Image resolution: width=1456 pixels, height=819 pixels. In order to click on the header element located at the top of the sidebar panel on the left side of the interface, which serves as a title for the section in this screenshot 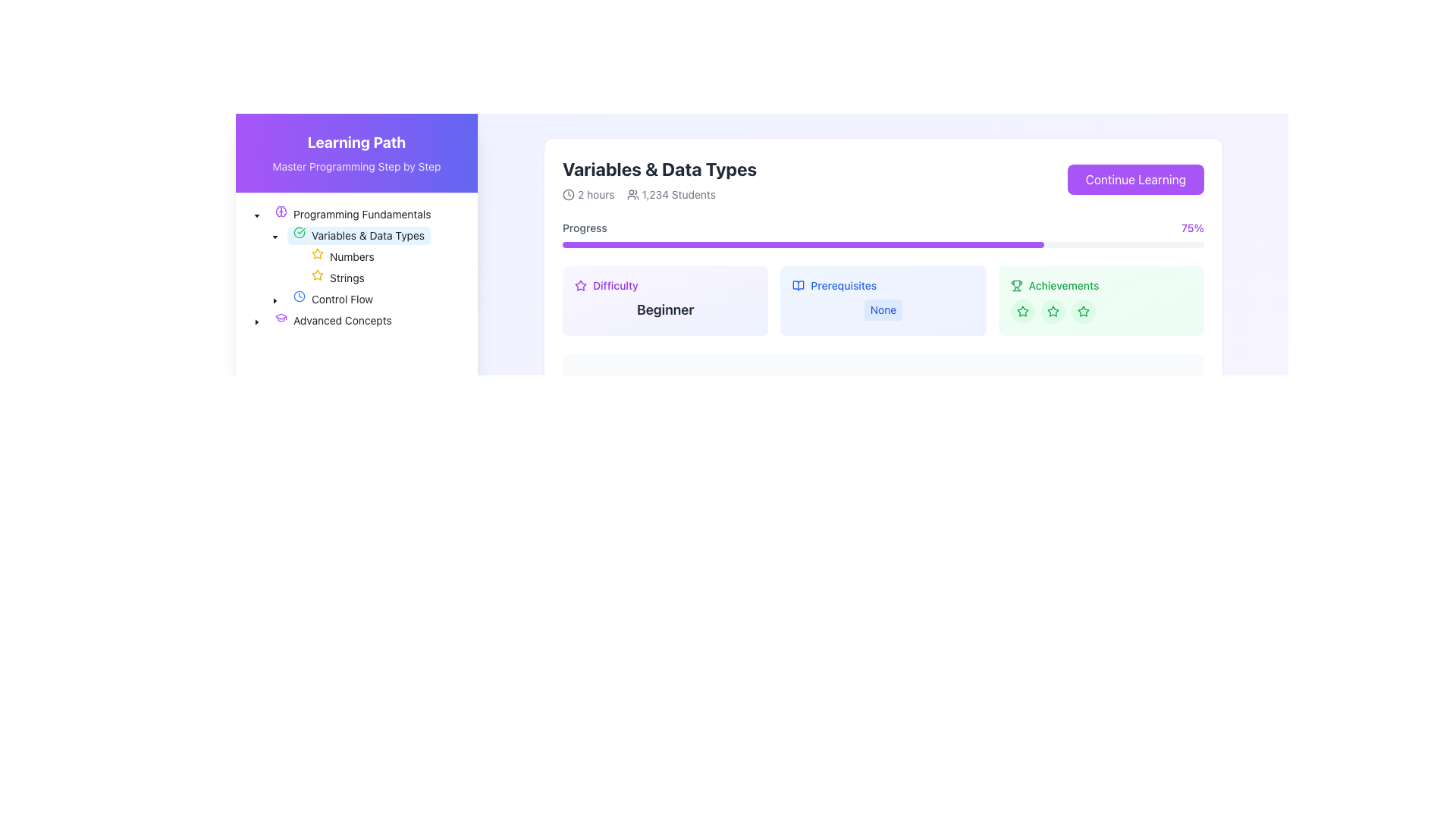, I will do `click(356, 153)`.